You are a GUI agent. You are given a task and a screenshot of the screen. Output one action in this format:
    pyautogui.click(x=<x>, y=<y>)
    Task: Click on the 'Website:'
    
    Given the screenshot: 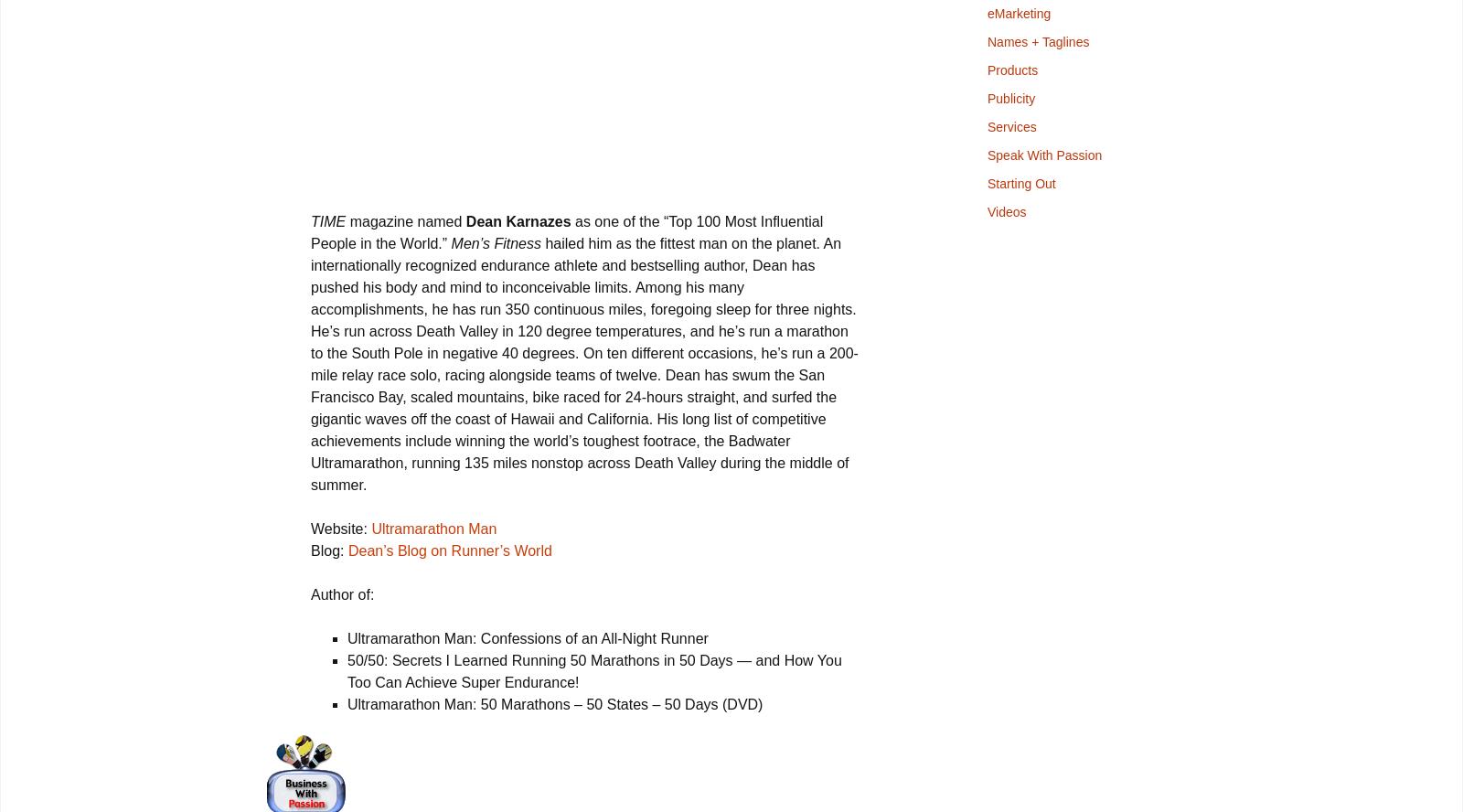 What is the action you would take?
    pyautogui.click(x=340, y=529)
    